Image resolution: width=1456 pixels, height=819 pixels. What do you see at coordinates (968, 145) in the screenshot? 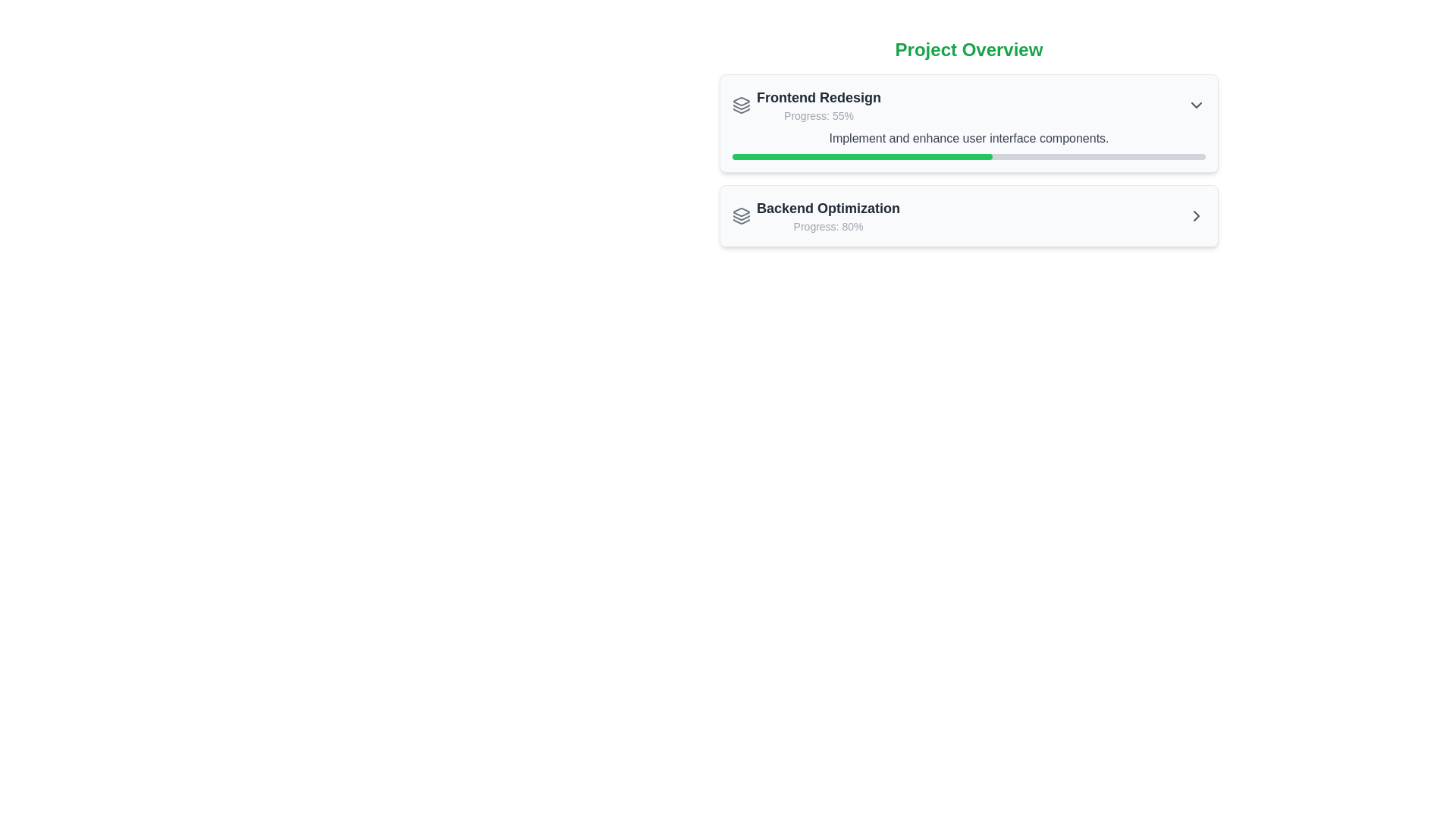
I see `the progress bar located below the text 'Progress: 55%' within the card titled 'Frontend Redesign'` at bounding box center [968, 145].